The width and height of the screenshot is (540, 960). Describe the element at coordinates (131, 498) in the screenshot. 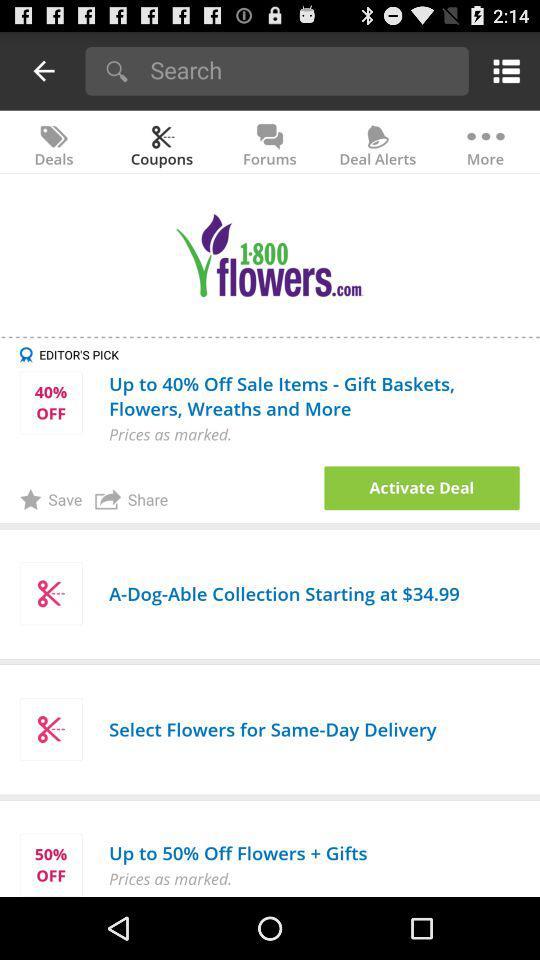

I see `the share item` at that location.